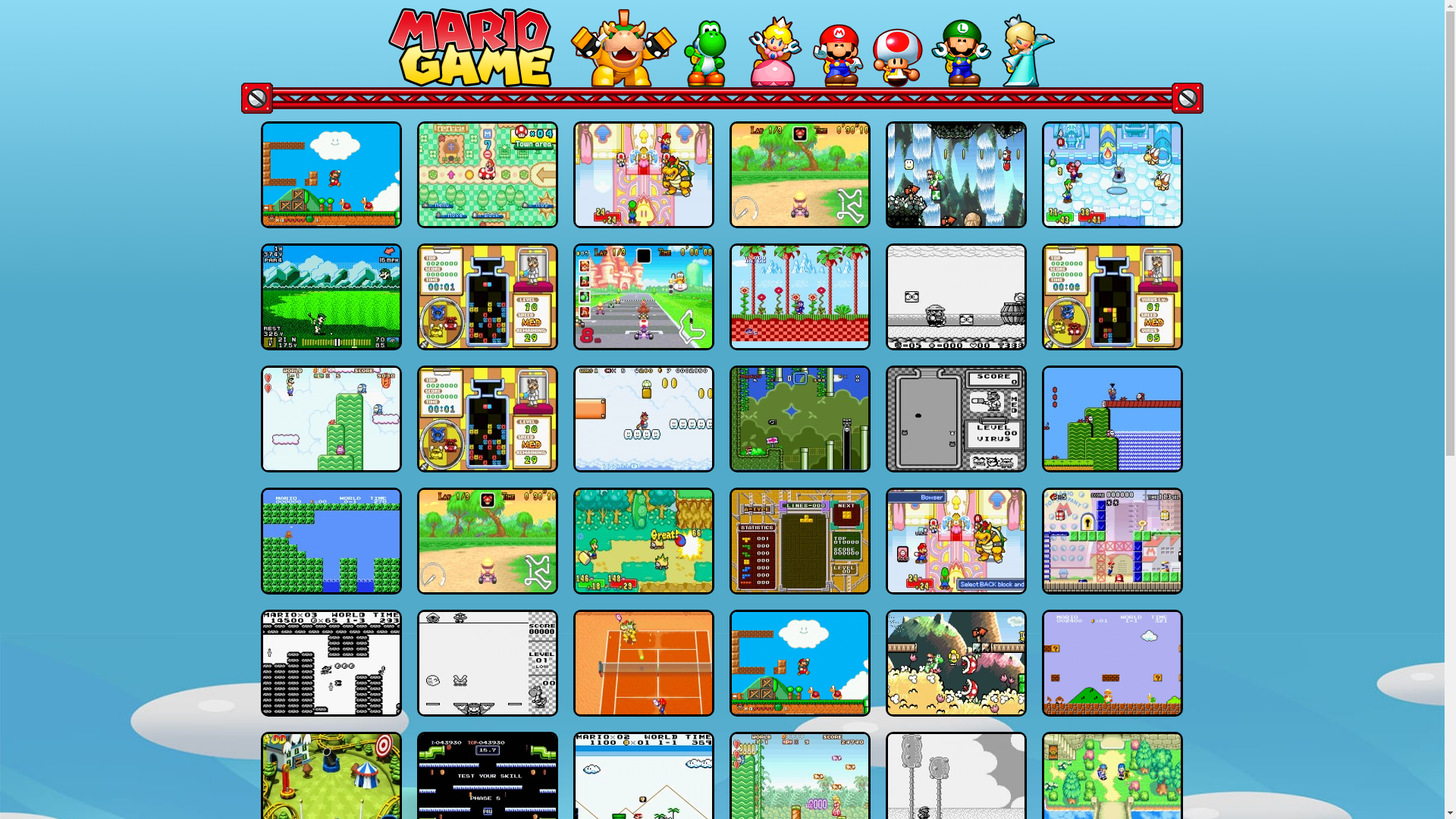  I want to click on 'Dr.Mario GameBoy', so click(955, 417).